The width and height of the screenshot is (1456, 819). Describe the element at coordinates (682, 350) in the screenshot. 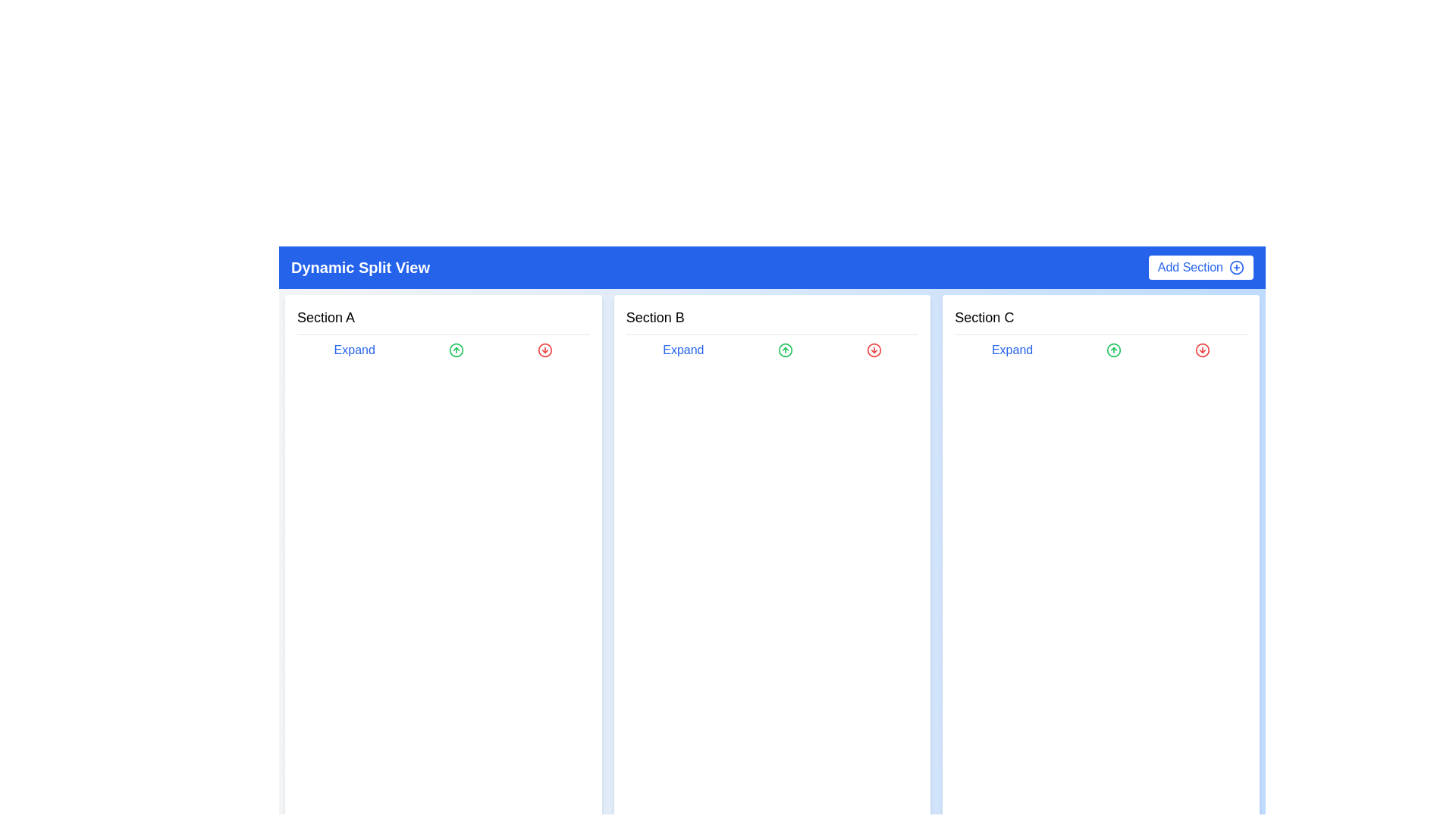

I see `the Text link in 'Section B' of the 'Dynamic Split View' interface` at that location.